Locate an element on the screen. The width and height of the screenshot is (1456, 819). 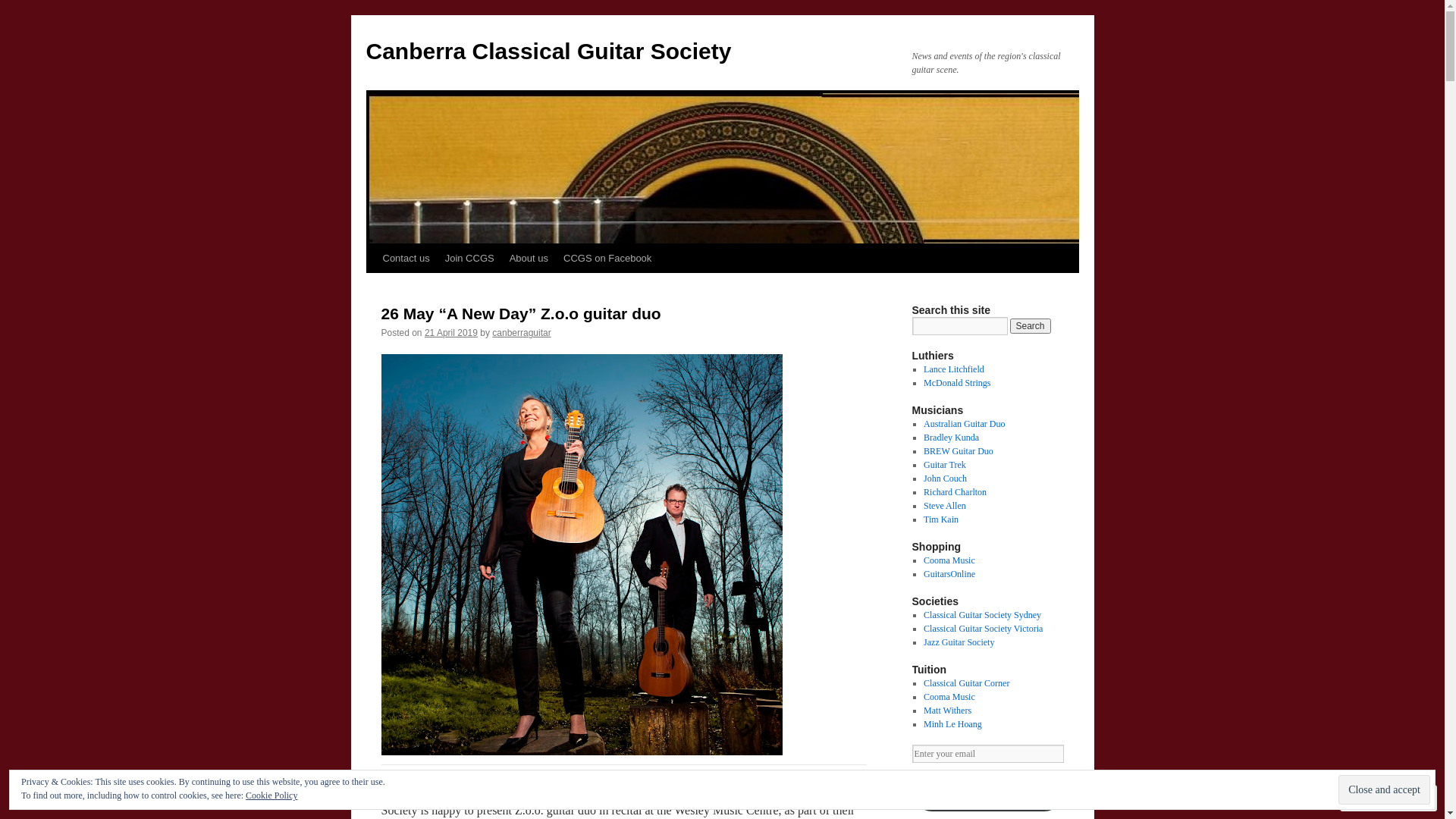
'21 April 2019' is located at coordinates (425, 332).